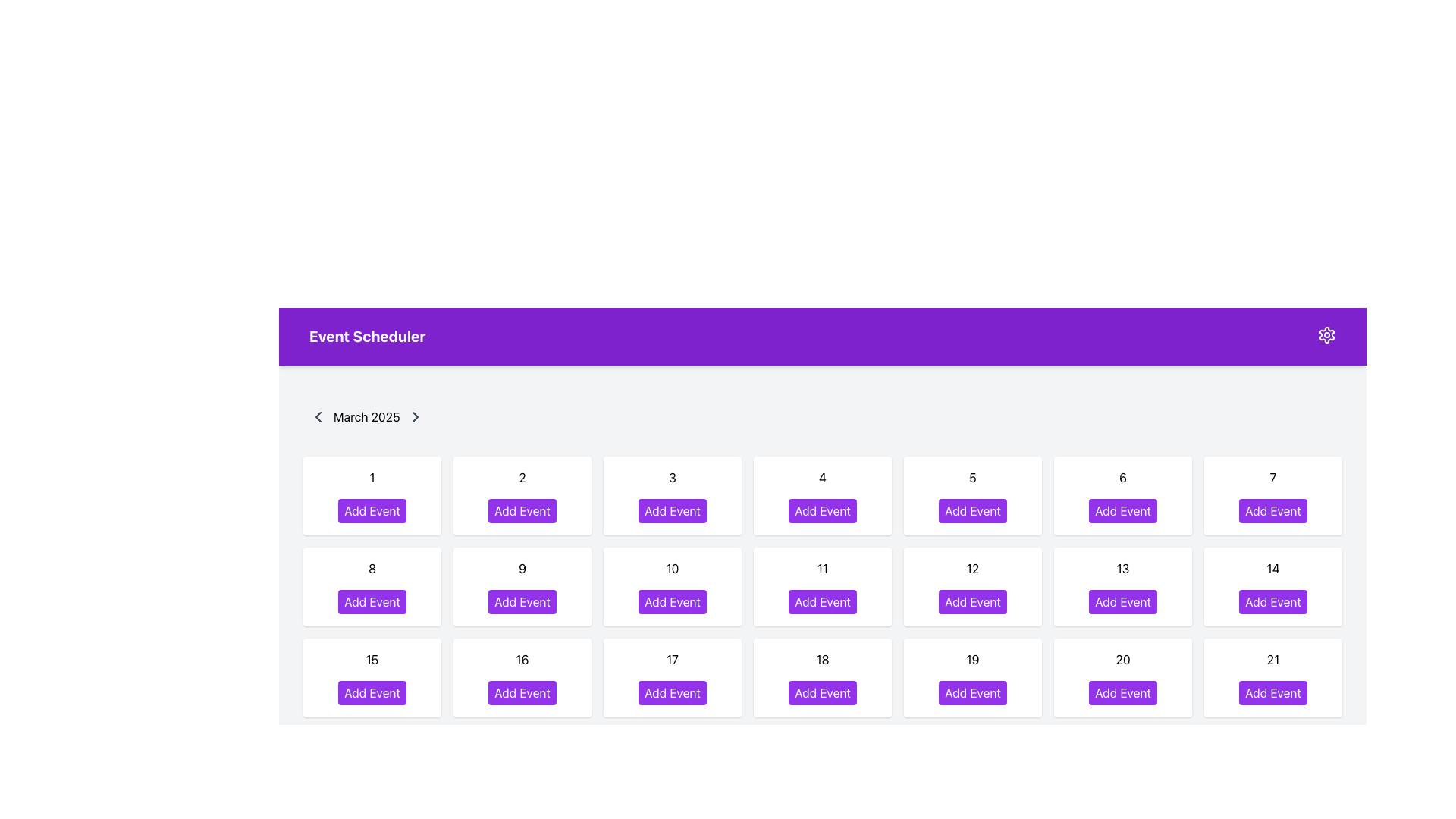 Image resolution: width=1456 pixels, height=819 pixels. What do you see at coordinates (372, 693) in the screenshot?
I see `the button located in the third row and first column of the calendar grid` at bounding box center [372, 693].